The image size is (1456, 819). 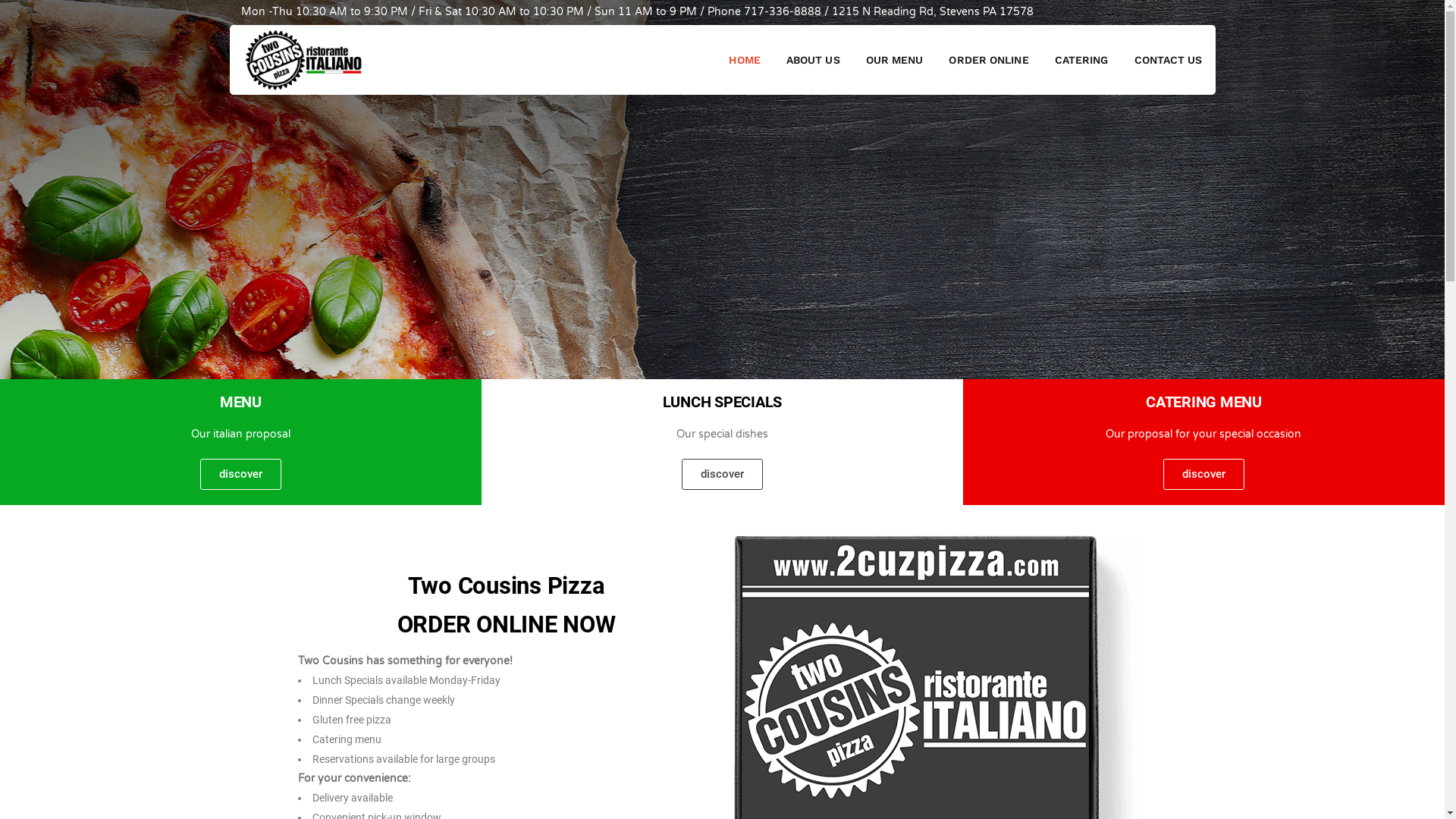 I want to click on 'CATERING', so click(x=1081, y=58).